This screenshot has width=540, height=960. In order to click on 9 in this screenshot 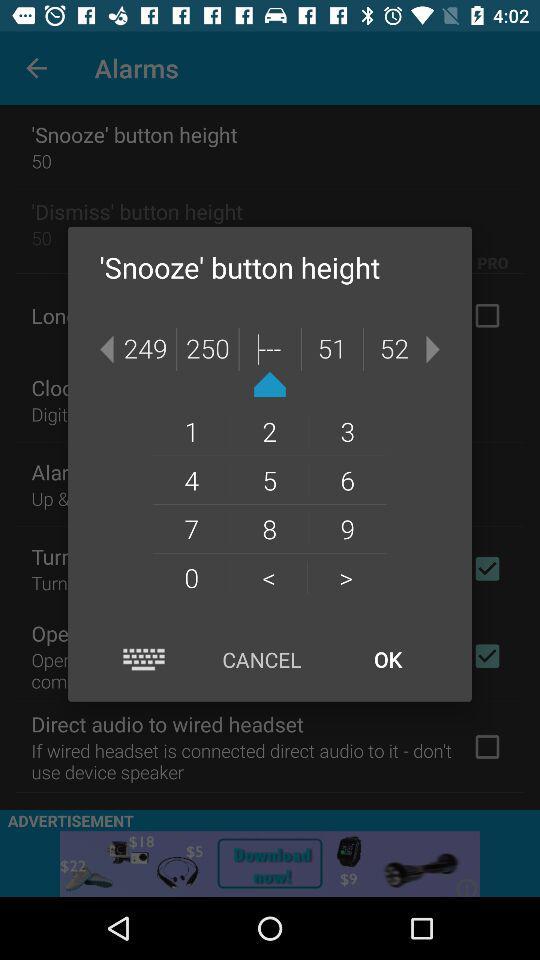, I will do `click(346, 527)`.